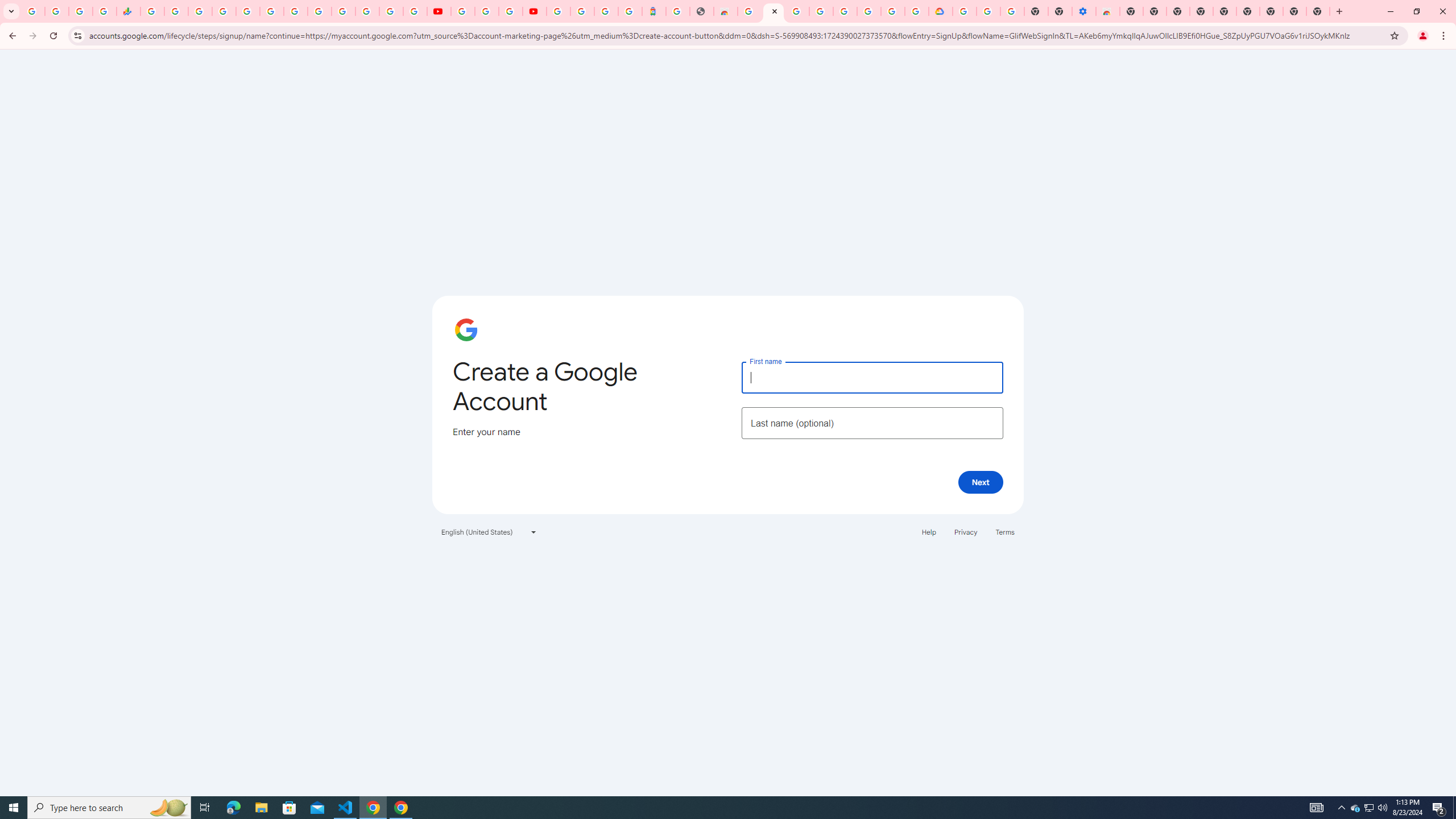 This screenshot has height=819, width=1456. What do you see at coordinates (489, 531) in the screenshot?
I see `'English (United States)'` at bounding box center [489, 531].